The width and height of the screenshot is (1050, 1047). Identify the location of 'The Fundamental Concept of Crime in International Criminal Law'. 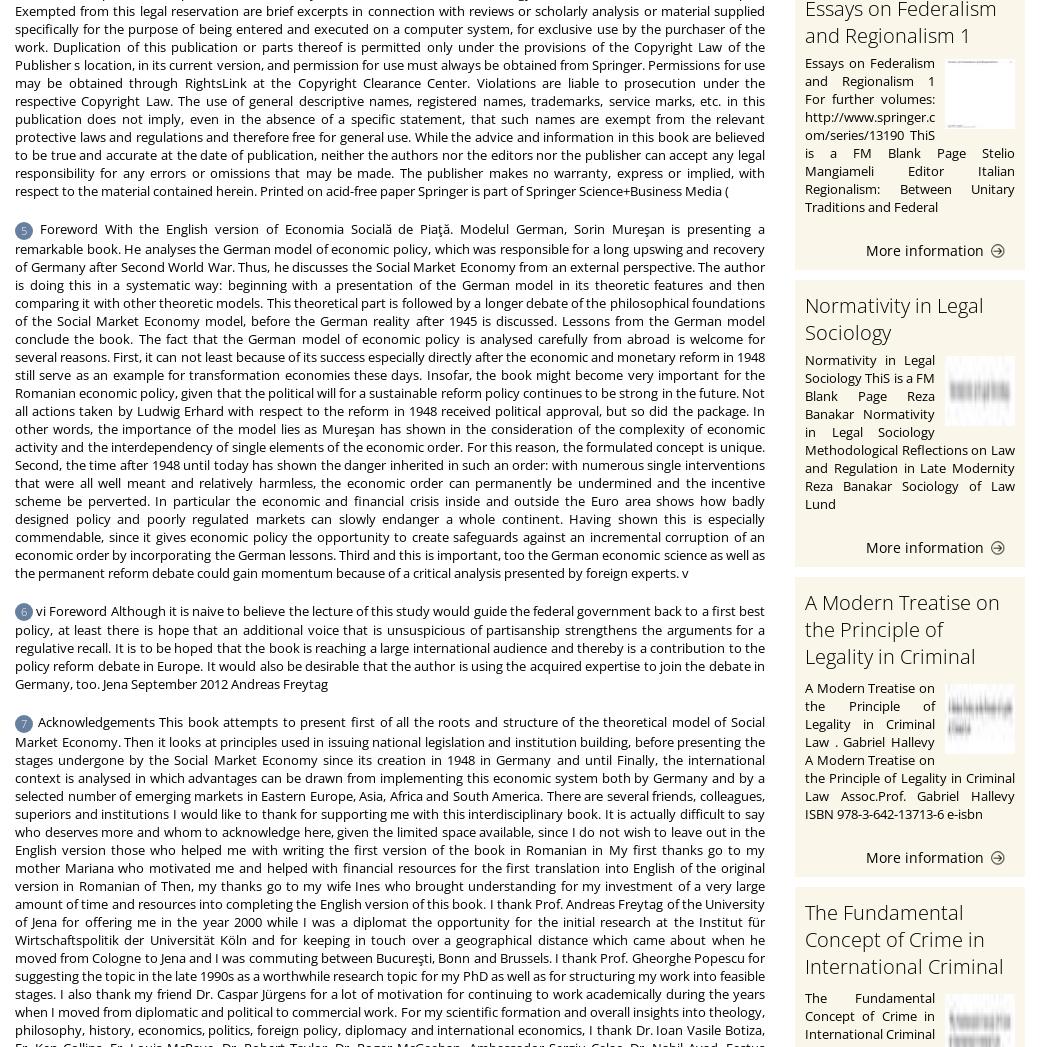
(904, 951).